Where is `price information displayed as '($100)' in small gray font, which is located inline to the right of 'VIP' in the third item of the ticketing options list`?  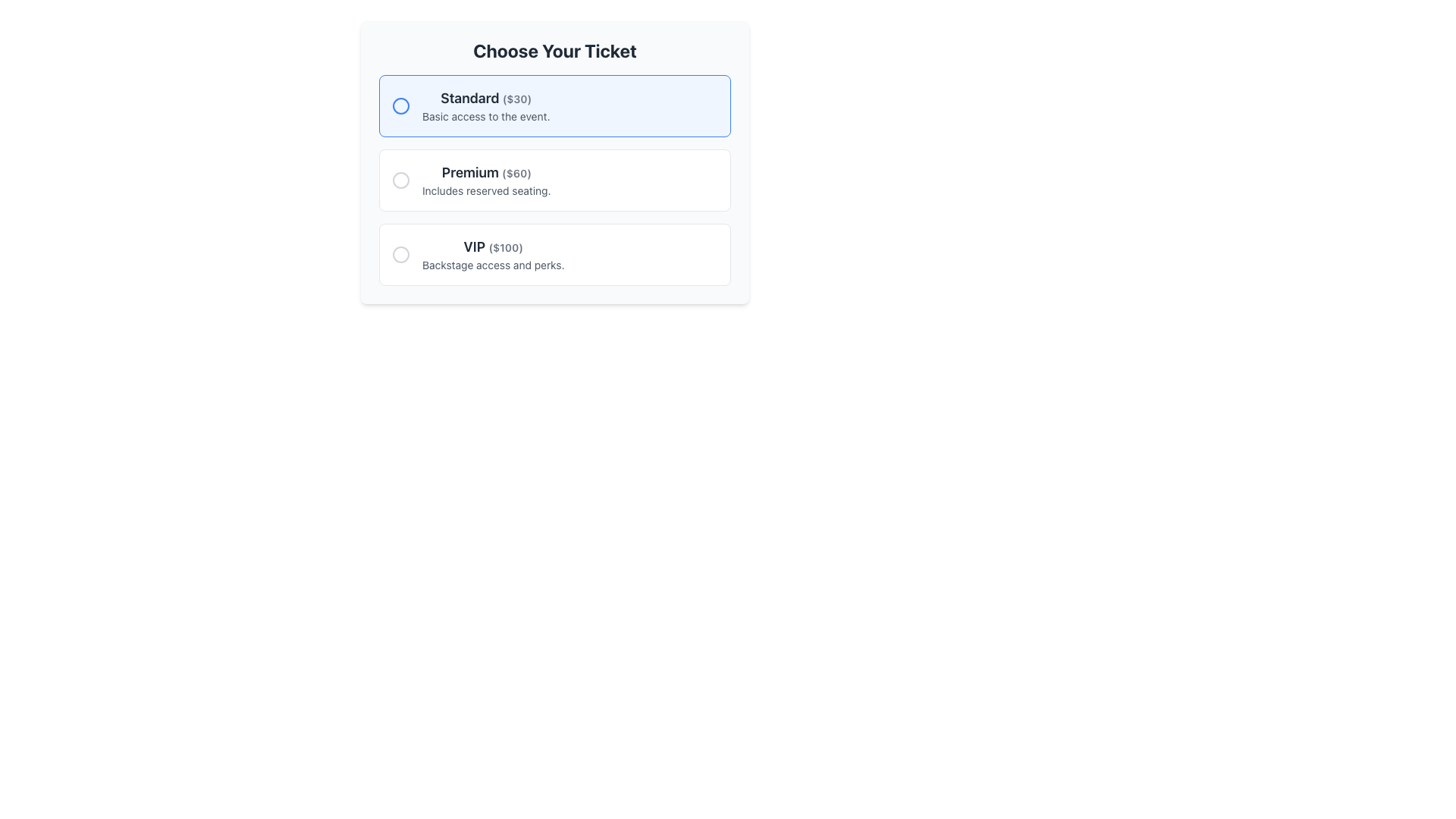 price information displayed as '($100)' in small gray font, which is located inline to the right of 'VIP' in the third item of the ticketing options list is located at coordinates (506, 246).